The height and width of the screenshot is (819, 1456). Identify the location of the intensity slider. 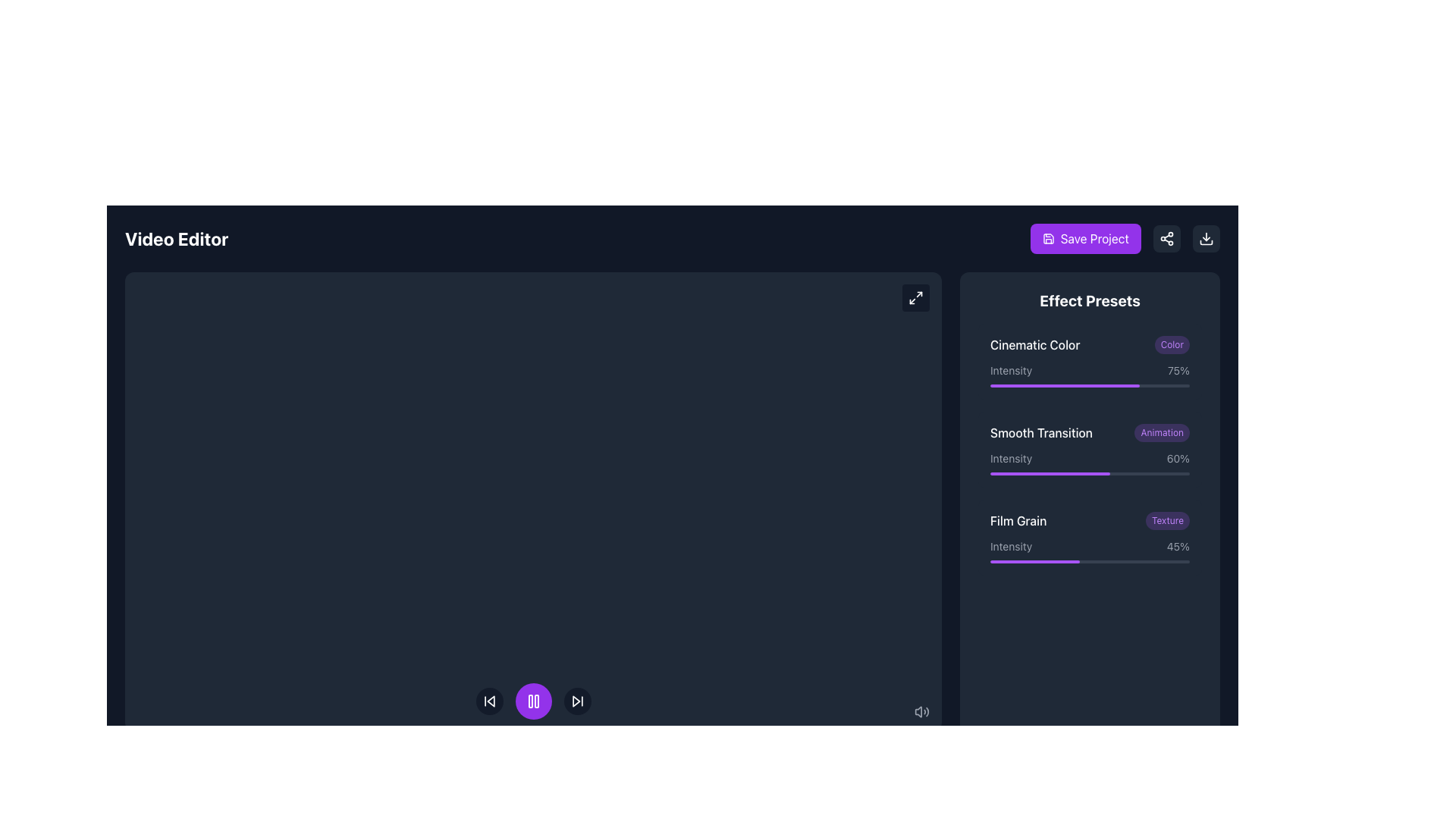
(1043, 561).